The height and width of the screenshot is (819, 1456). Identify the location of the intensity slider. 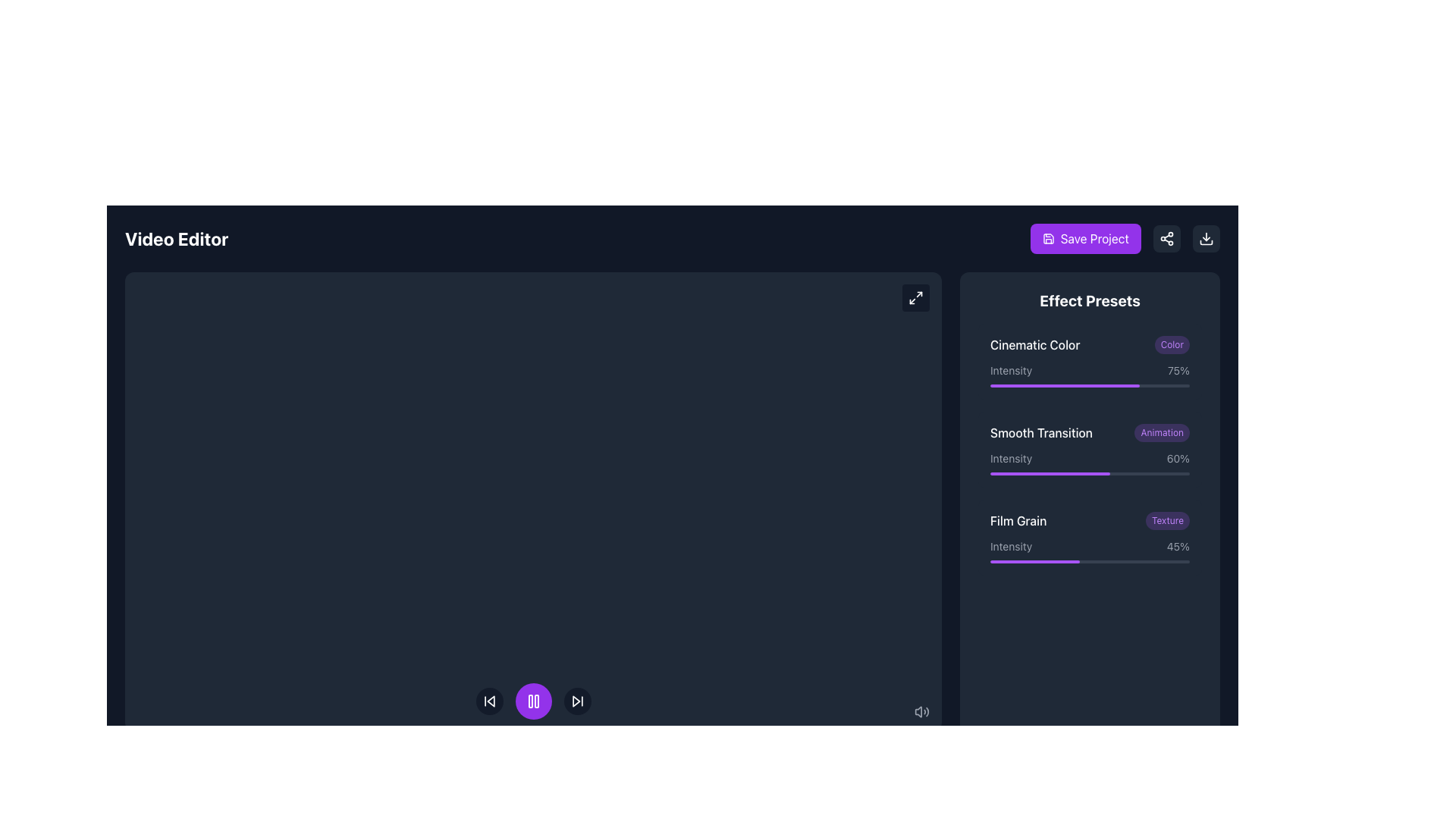
(1043, 561).